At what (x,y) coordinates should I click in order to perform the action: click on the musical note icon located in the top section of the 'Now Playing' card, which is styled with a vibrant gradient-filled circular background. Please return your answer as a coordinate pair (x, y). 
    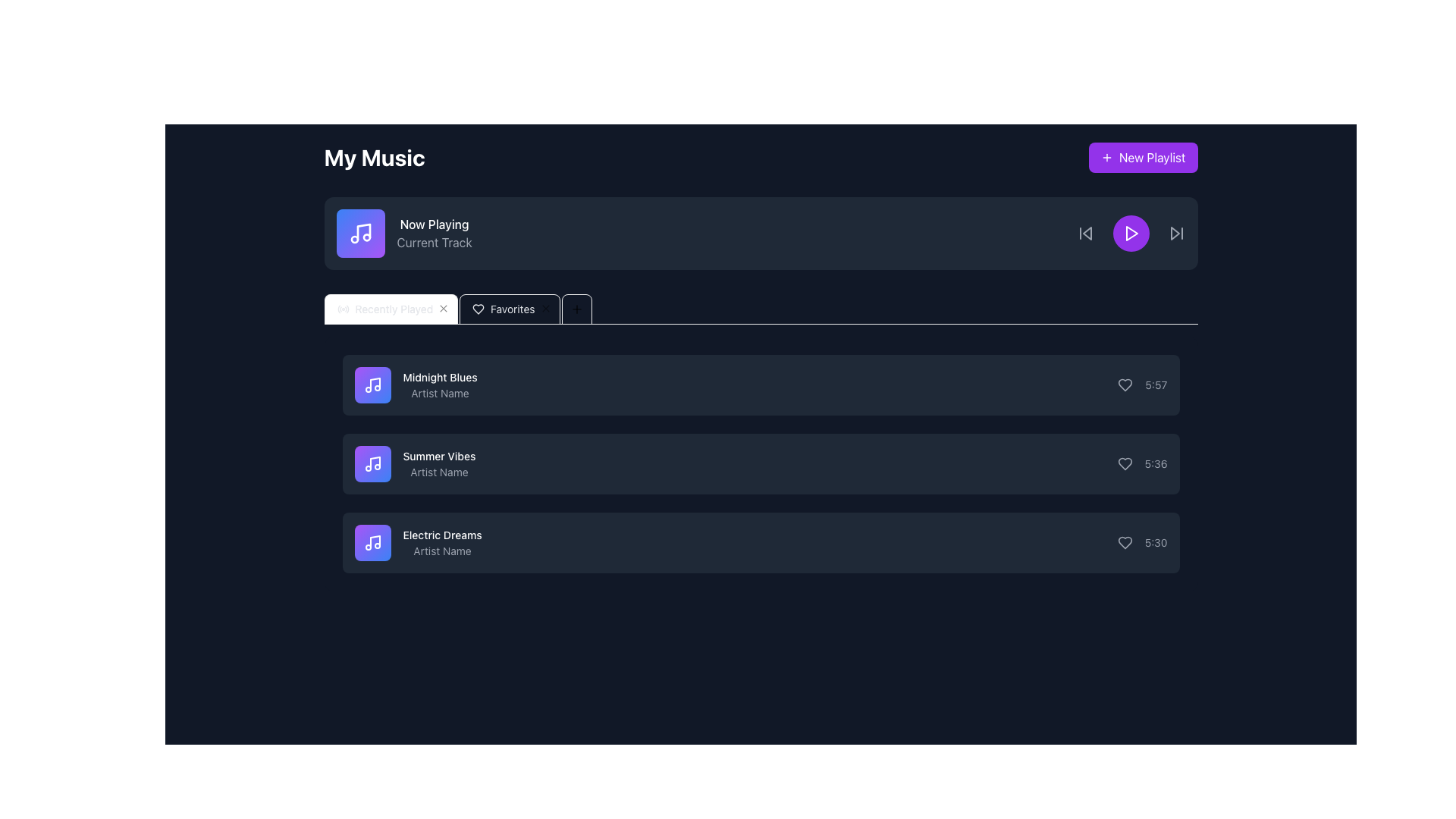
    Looking at the image, I should click on (372, 463).